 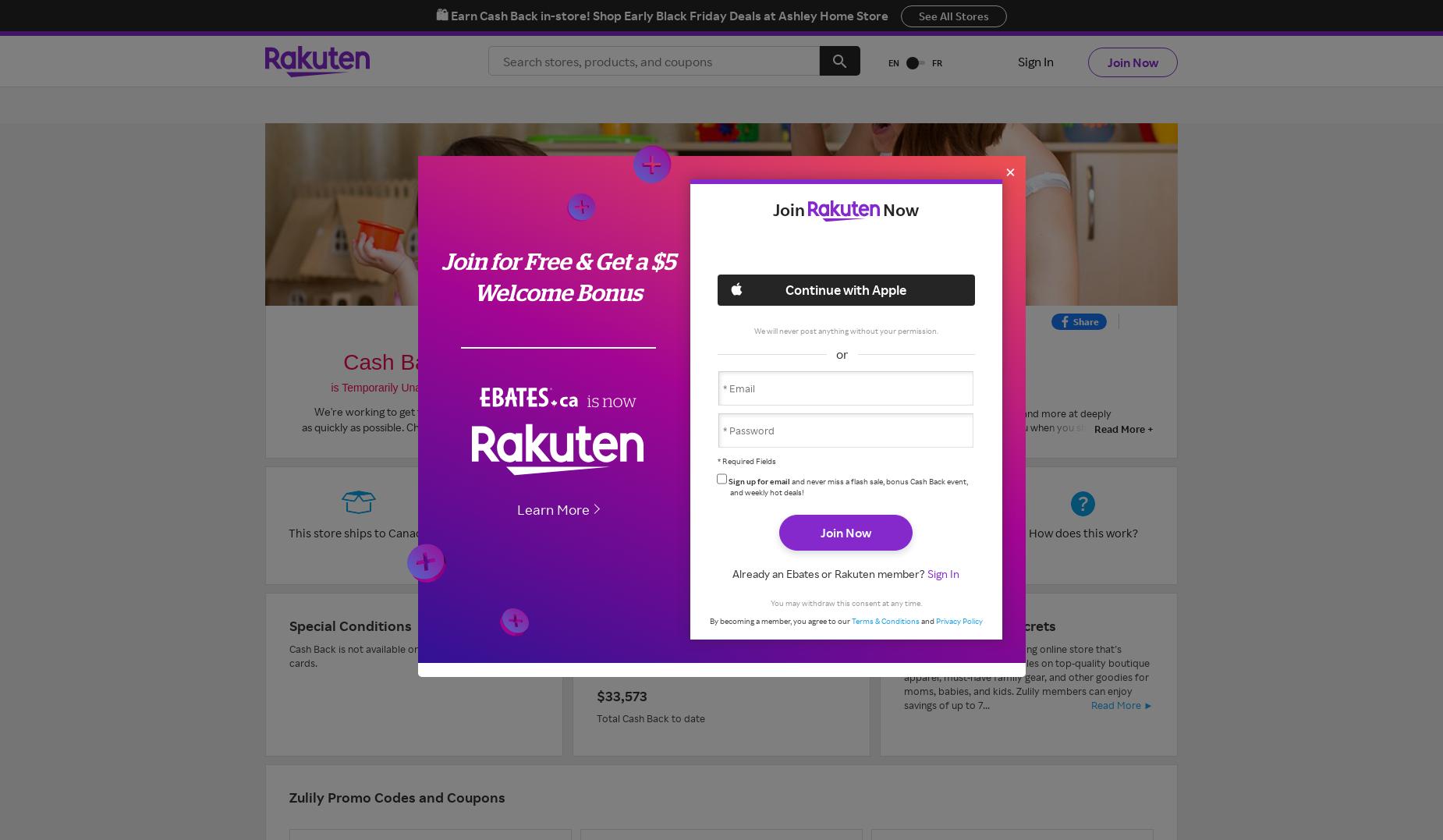 What do you see at coordinates (944, 14) in the screenshot?
I see `'See All Offers'` at bounding box center [944, 14].